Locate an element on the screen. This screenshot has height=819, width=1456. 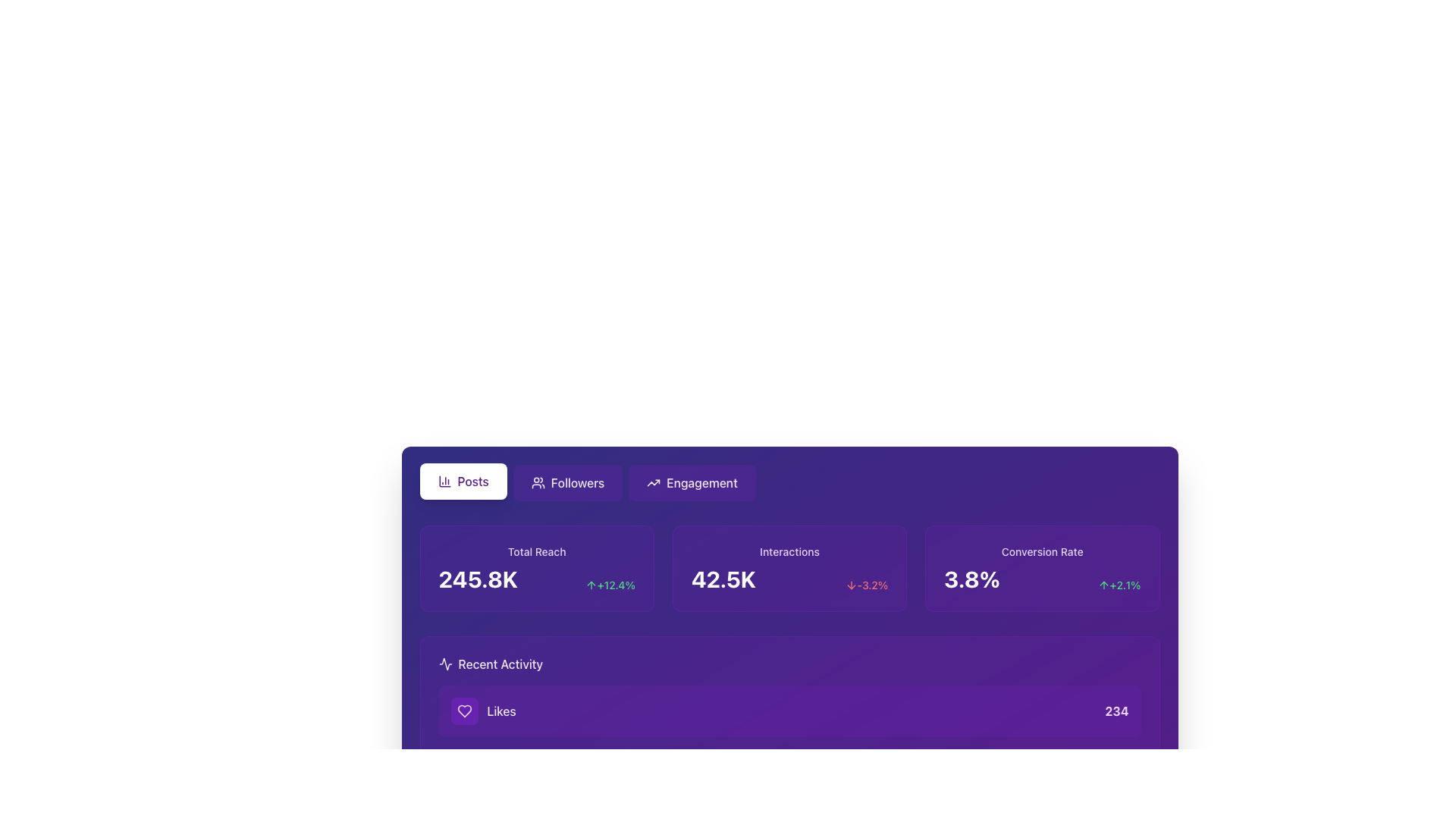
the 'Followers' label, which is positioned in the upper row of navigation buttons, between the 'Posts' and 'Engagement' buttons is located at coordinates (577, 482).